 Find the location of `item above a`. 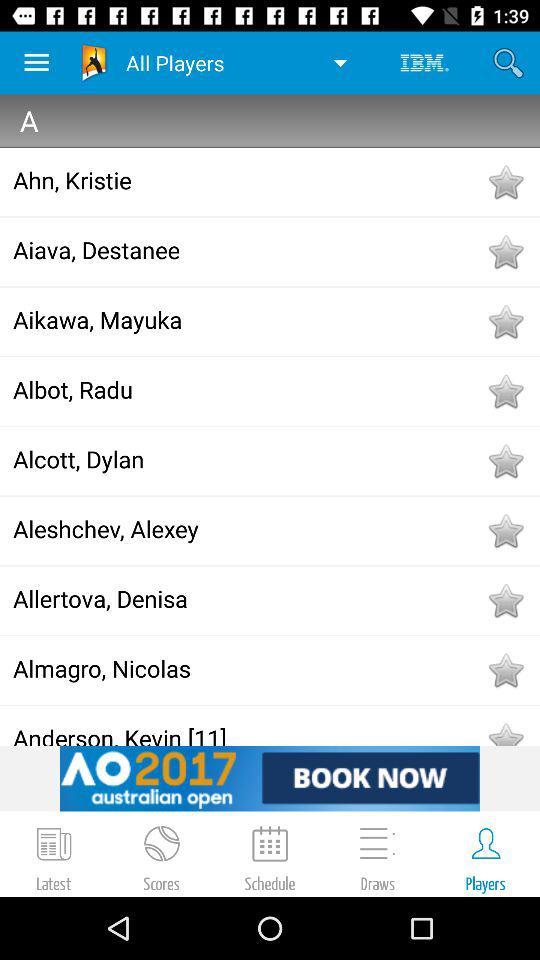

item above a is located at coordinates (508, 62).